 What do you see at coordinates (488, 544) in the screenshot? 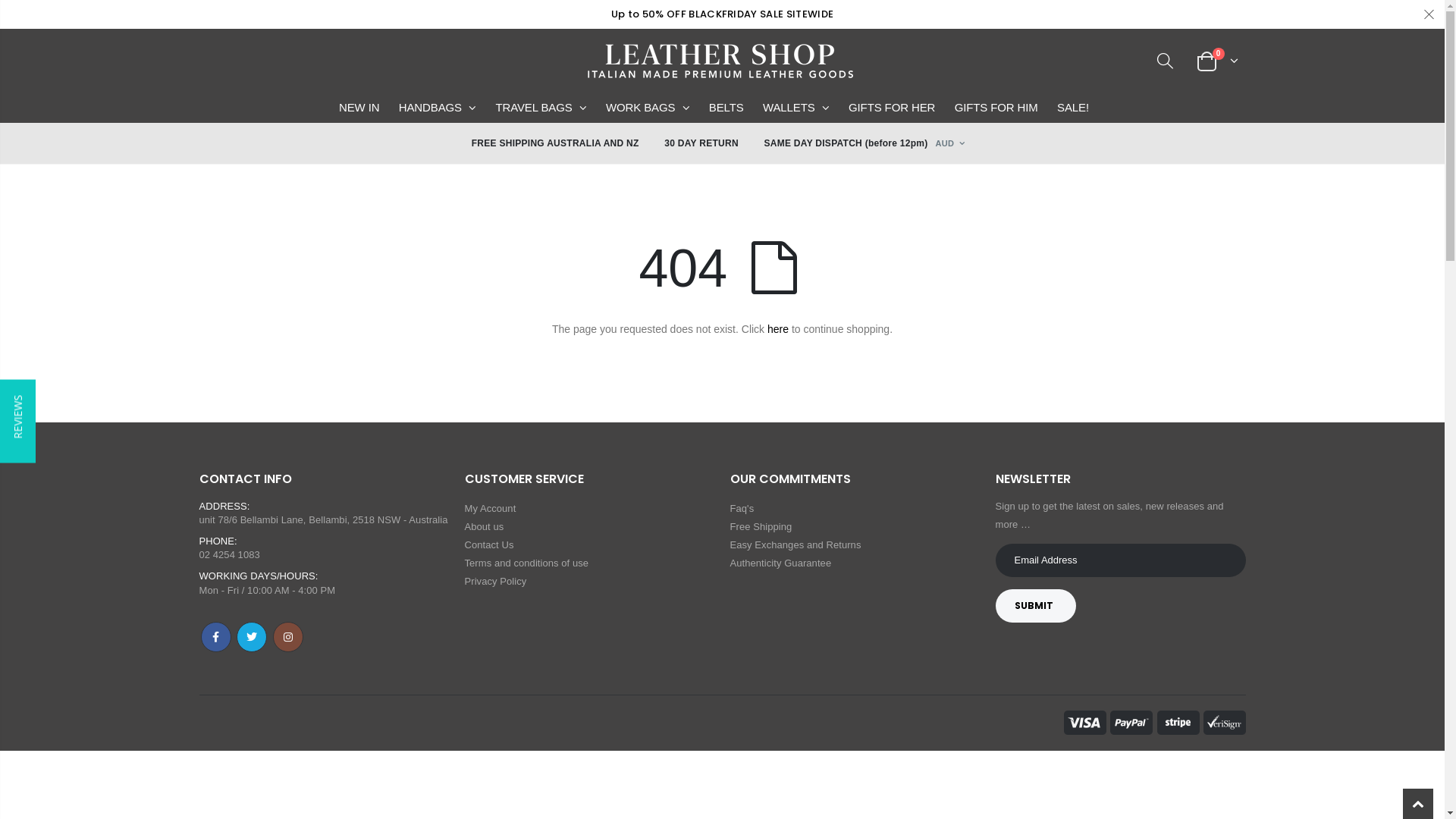
I see `'Contact Us'` at bounding box center [488, 544].